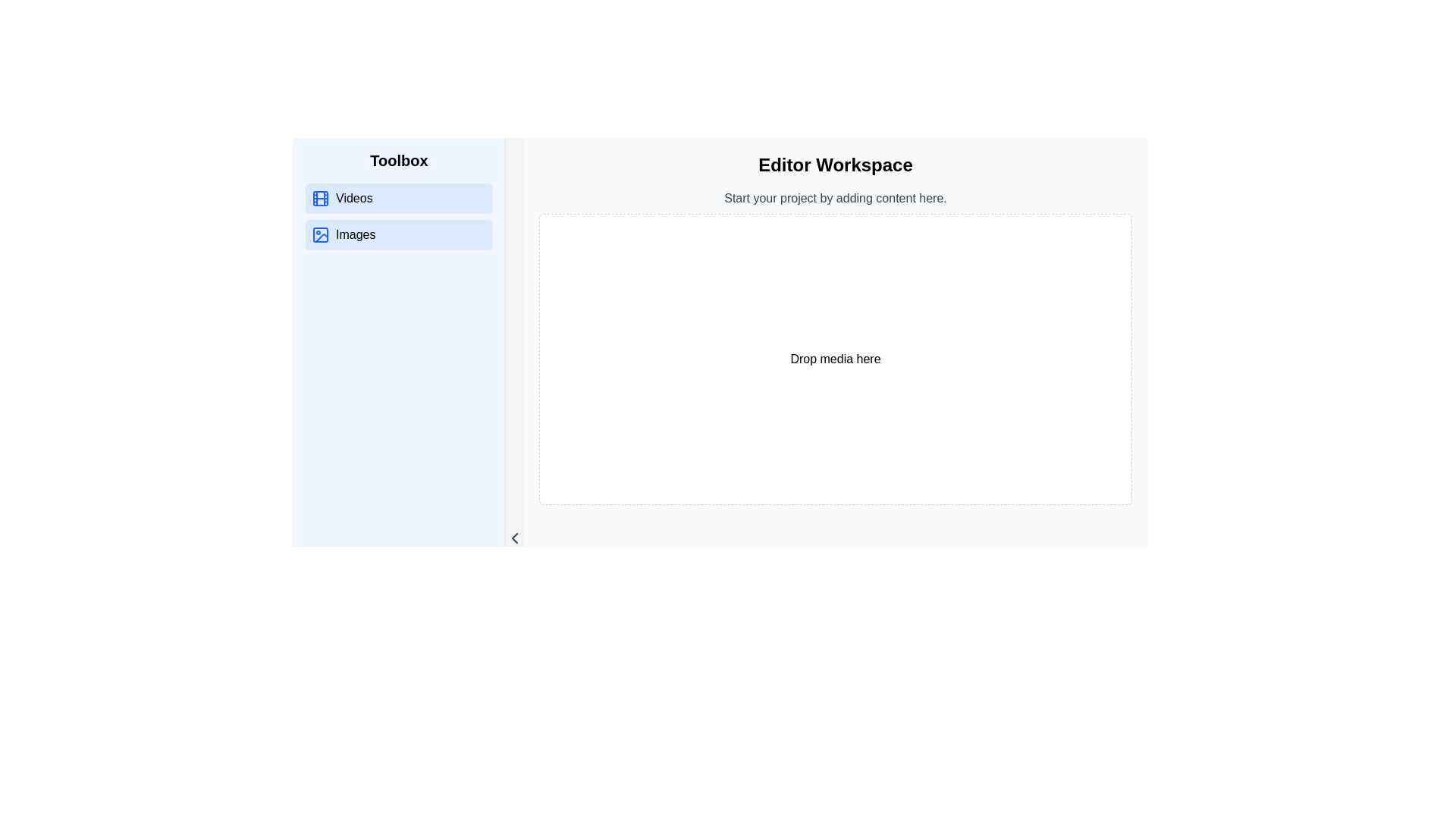 The image size is (1456, 819). Describe the element at coordinates (353, 198) in the screenshot. I see `the text label that indicates the 'Videos' option, located to the right of the film icon in the Toolbox section` at that location.